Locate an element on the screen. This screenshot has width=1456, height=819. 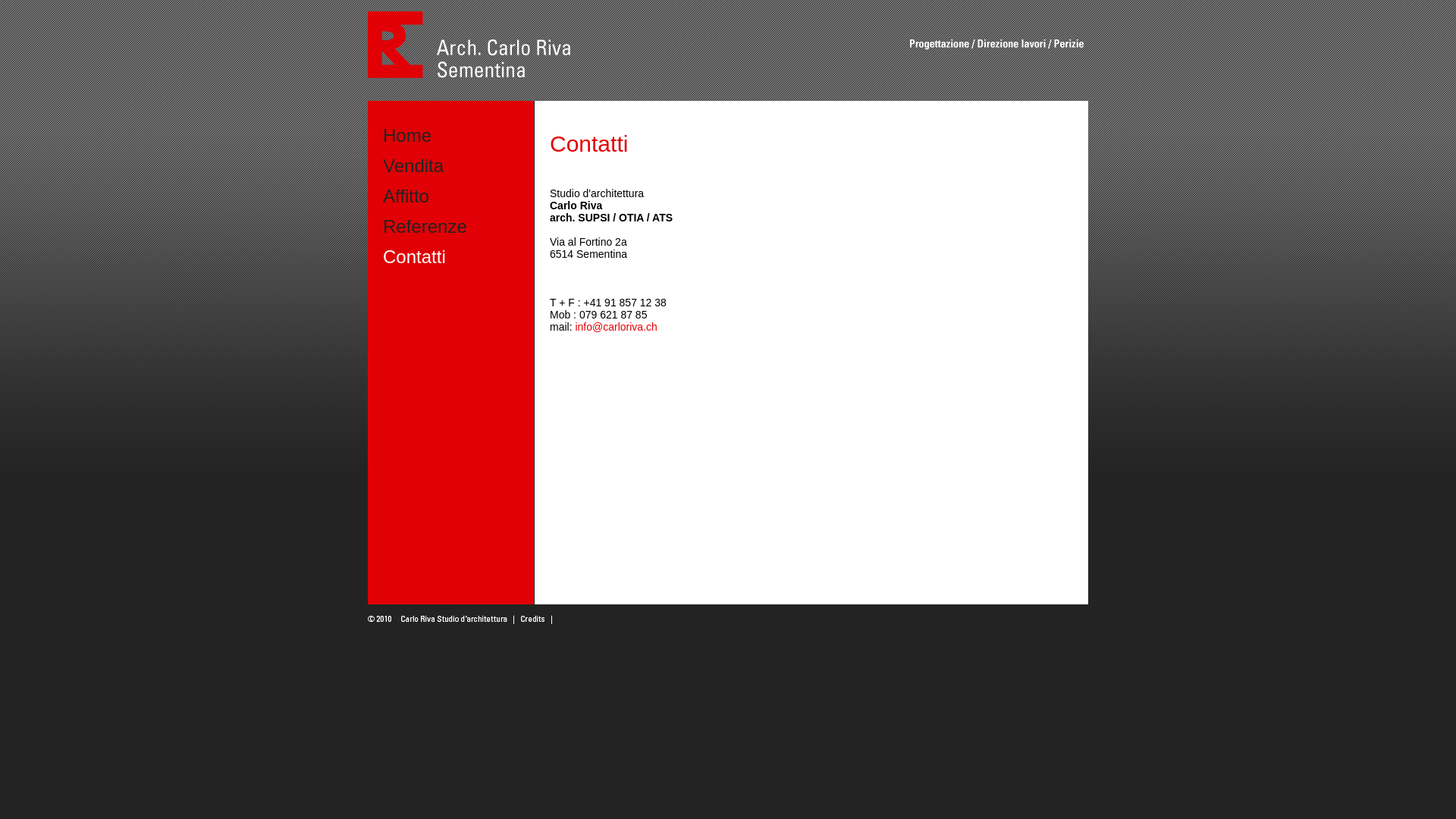
'info@carloriva.ch' is located at coordinates (615, 326).